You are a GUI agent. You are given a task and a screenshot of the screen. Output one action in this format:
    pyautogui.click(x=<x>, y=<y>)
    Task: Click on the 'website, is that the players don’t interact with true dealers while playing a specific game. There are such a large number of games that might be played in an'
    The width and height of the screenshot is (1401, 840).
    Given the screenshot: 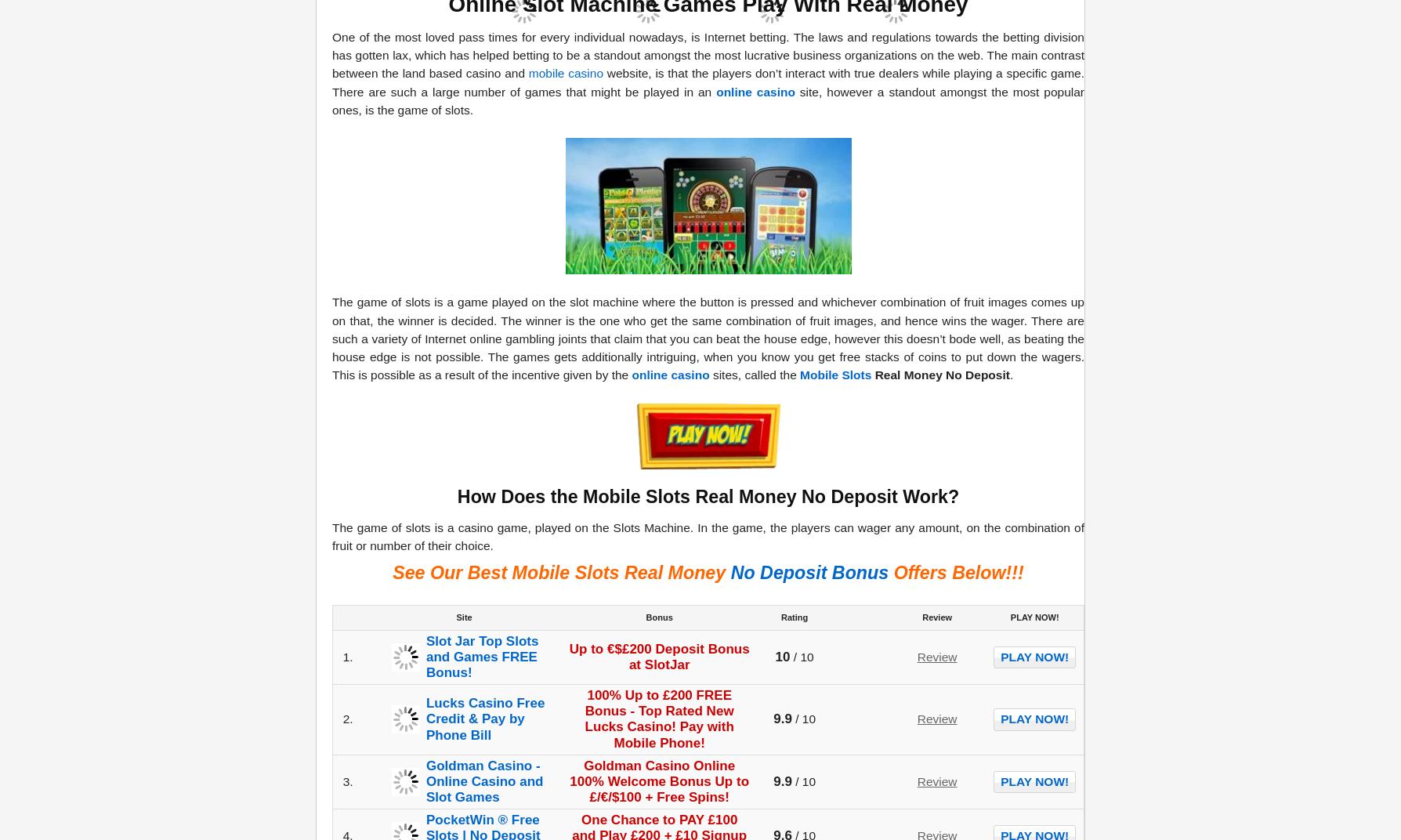 What is the action you would take?
    pyautogui.click(x=708, y=81)
    